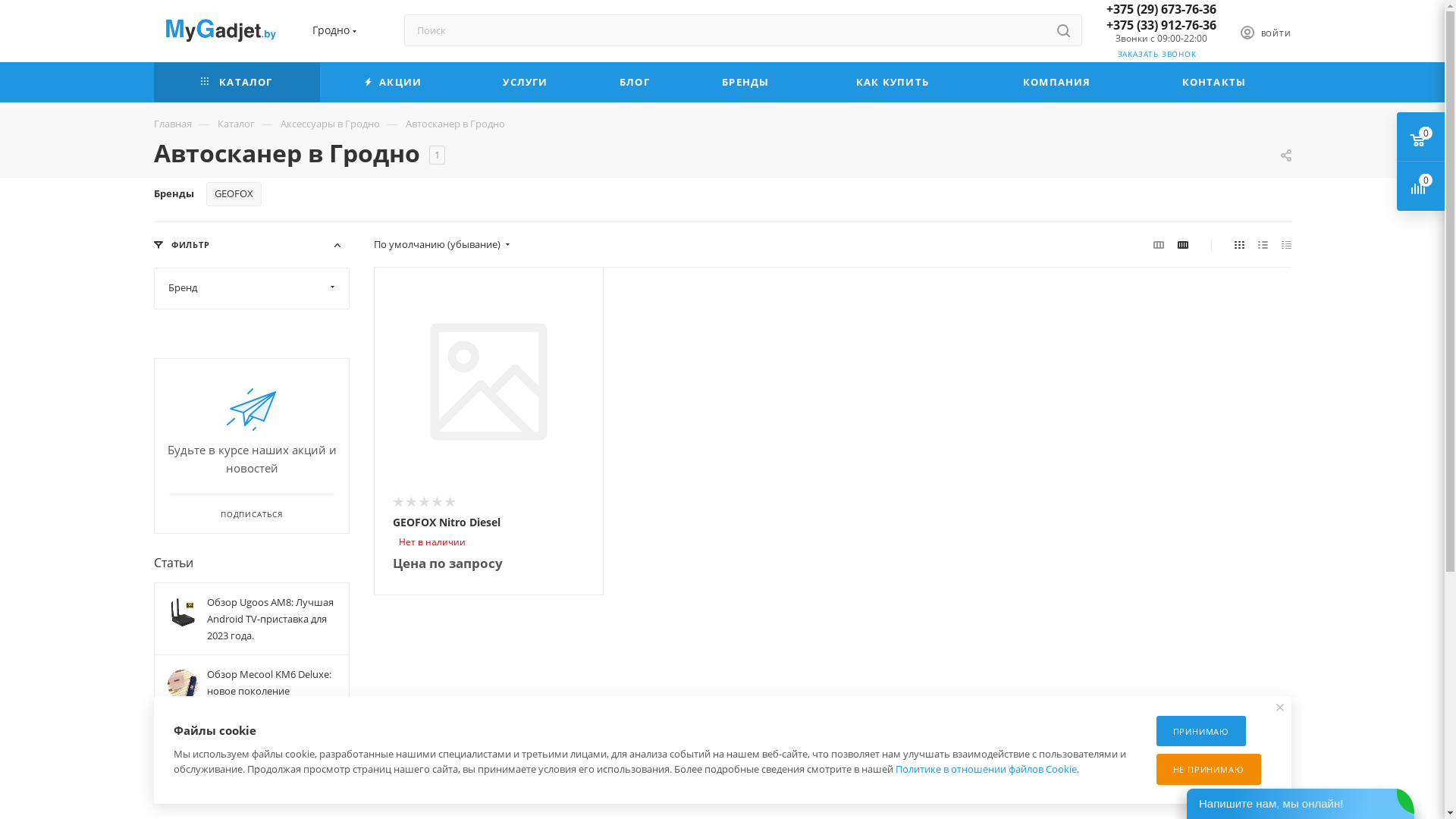 The width and height of the screenshot is (1456, 819). What do you see at coordinates (206, 193) in the screenshot?
I see `'GEOFOX'` at bounding box center [206, 193].